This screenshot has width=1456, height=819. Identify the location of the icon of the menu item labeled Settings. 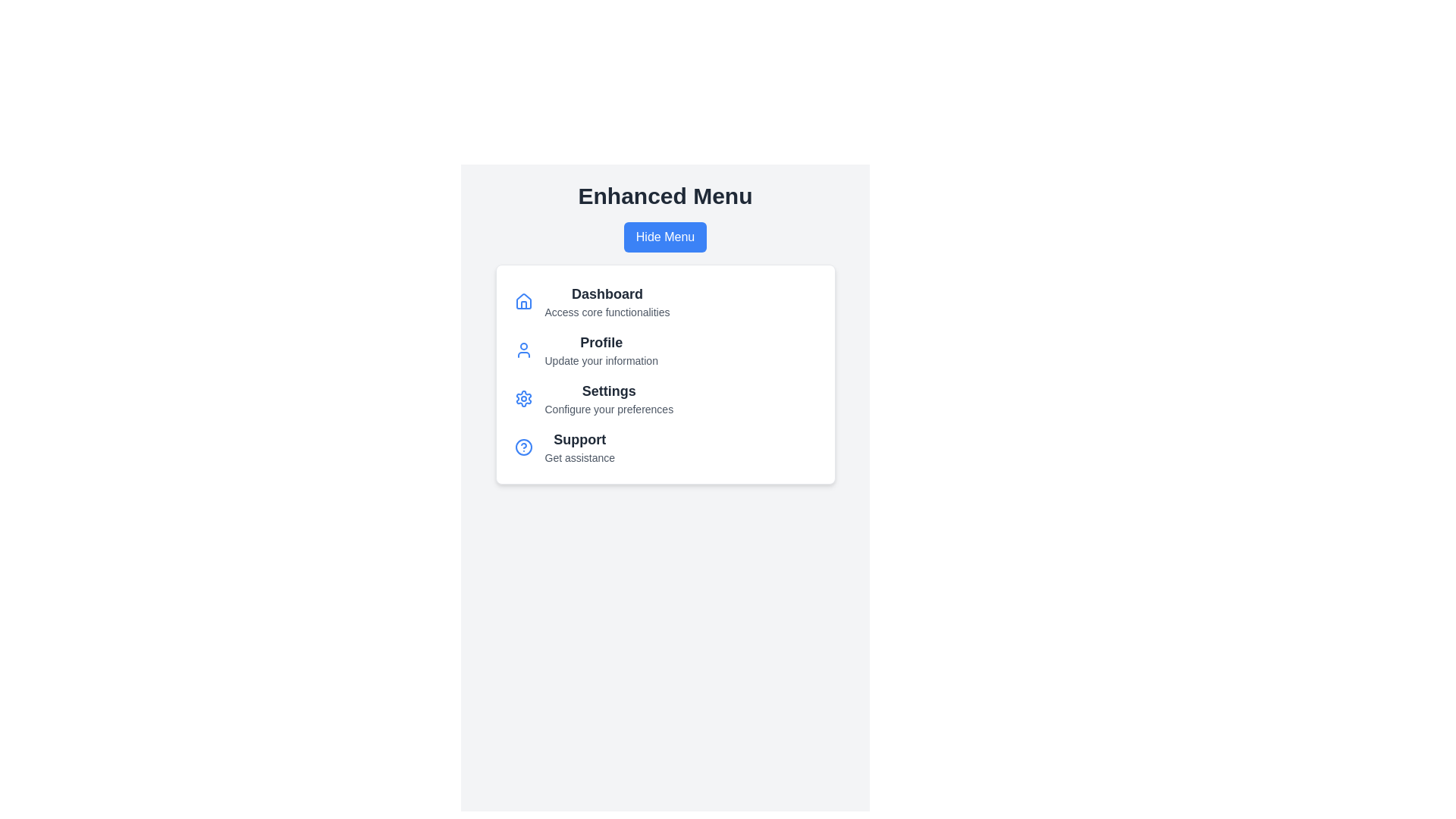
(523, 397).